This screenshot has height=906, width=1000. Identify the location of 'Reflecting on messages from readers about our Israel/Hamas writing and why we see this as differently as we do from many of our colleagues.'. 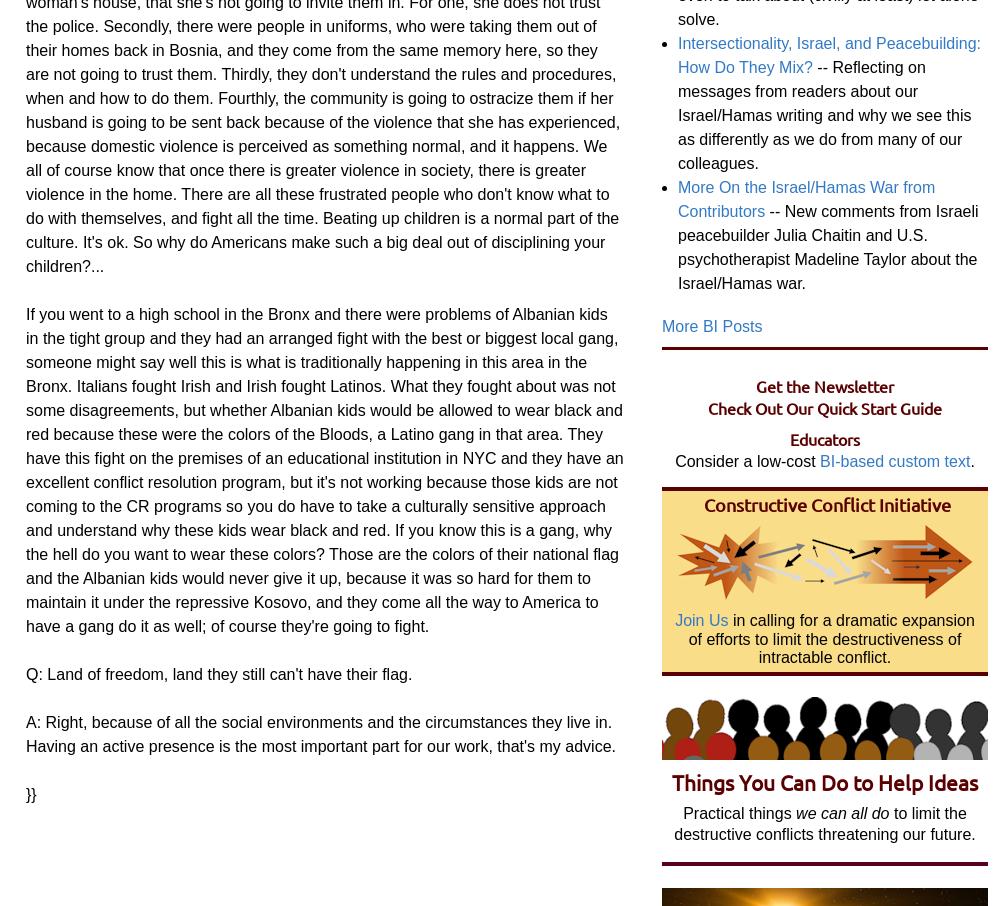
(678, 113).